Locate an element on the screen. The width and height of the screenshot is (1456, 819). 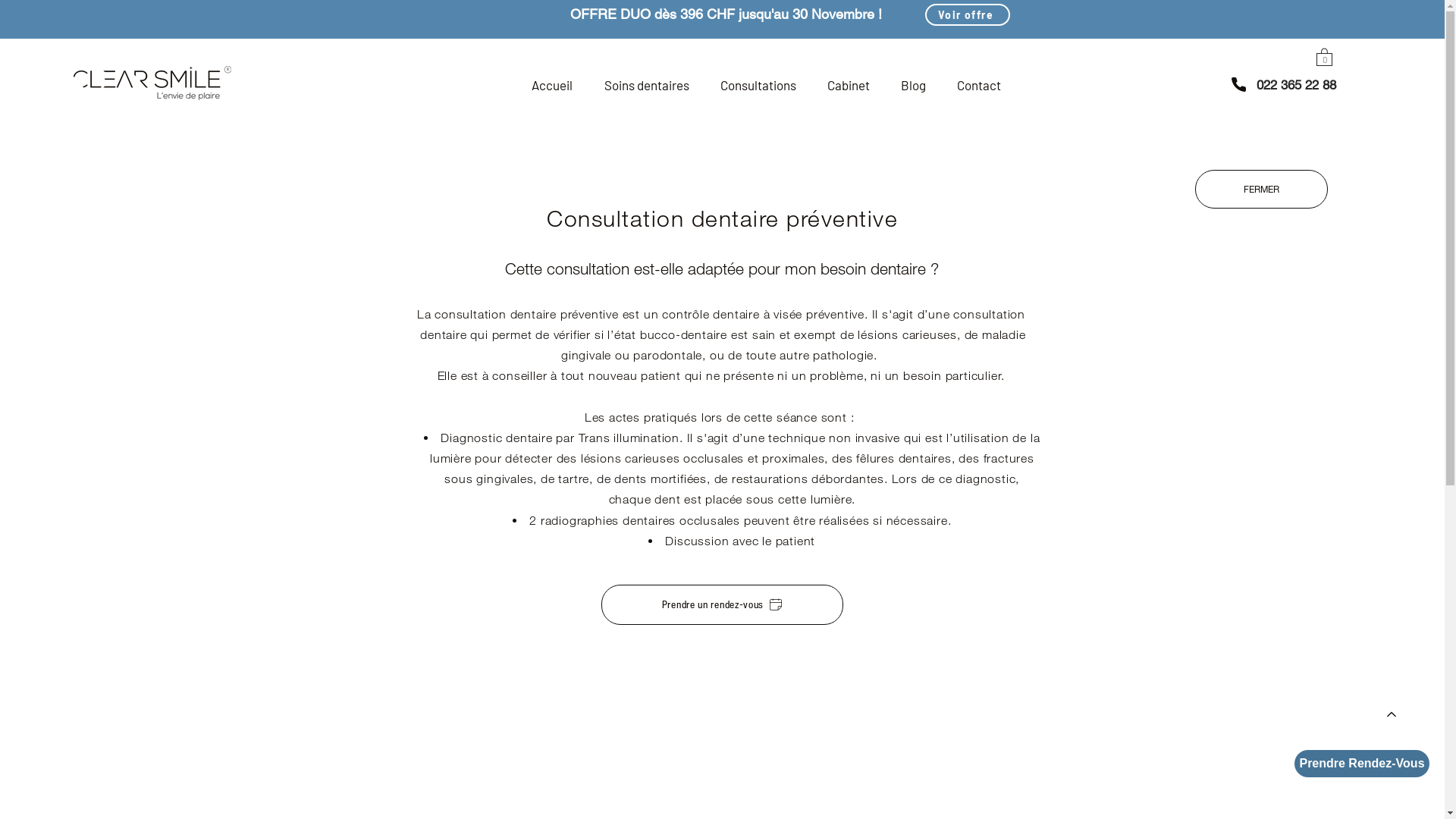
'Contact' is located at coordinates (940, 84).